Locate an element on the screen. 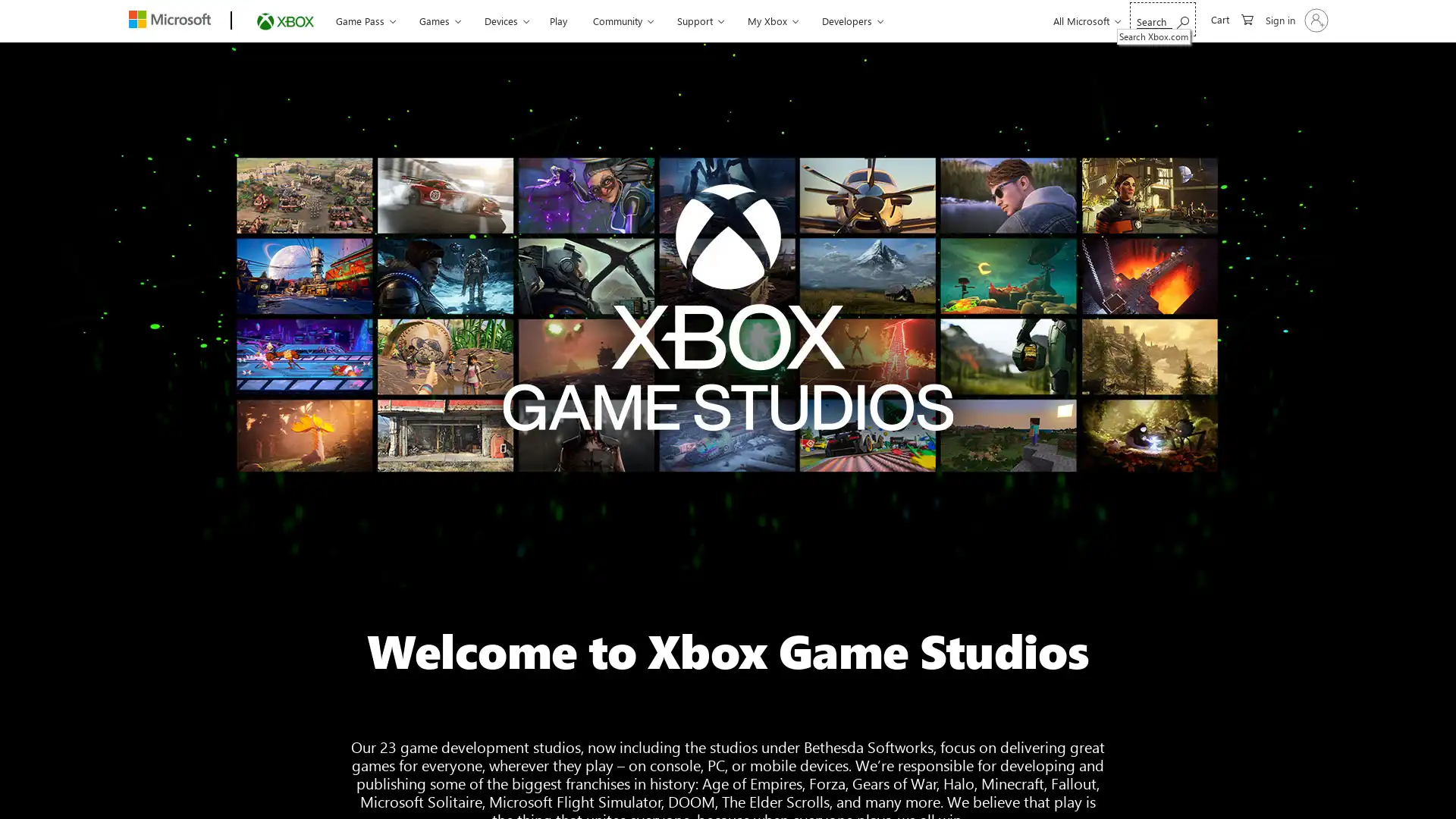  Developers is located at coordinates (830, 20).